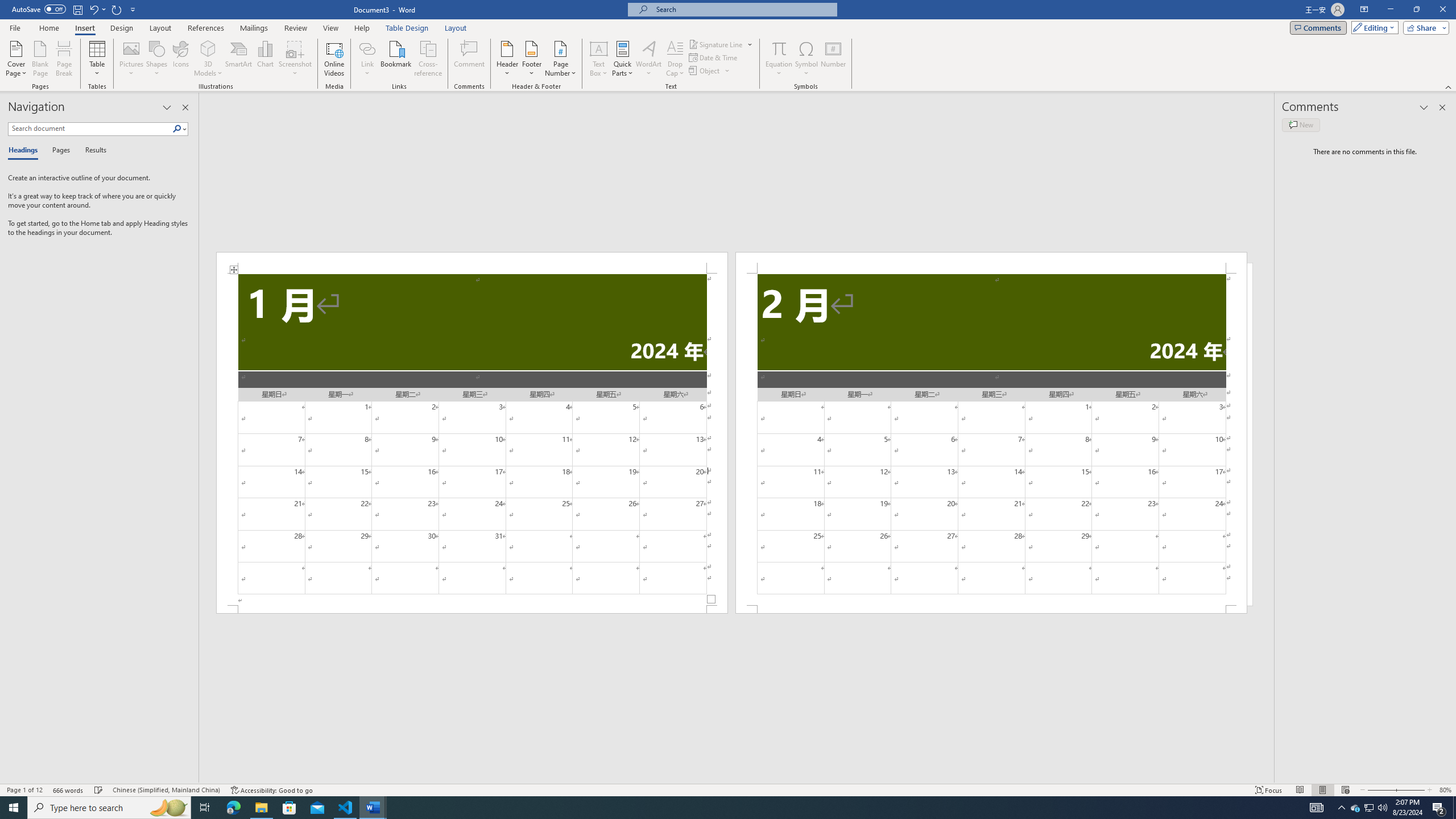  I want to click on 'Comment', so click(469, 59).